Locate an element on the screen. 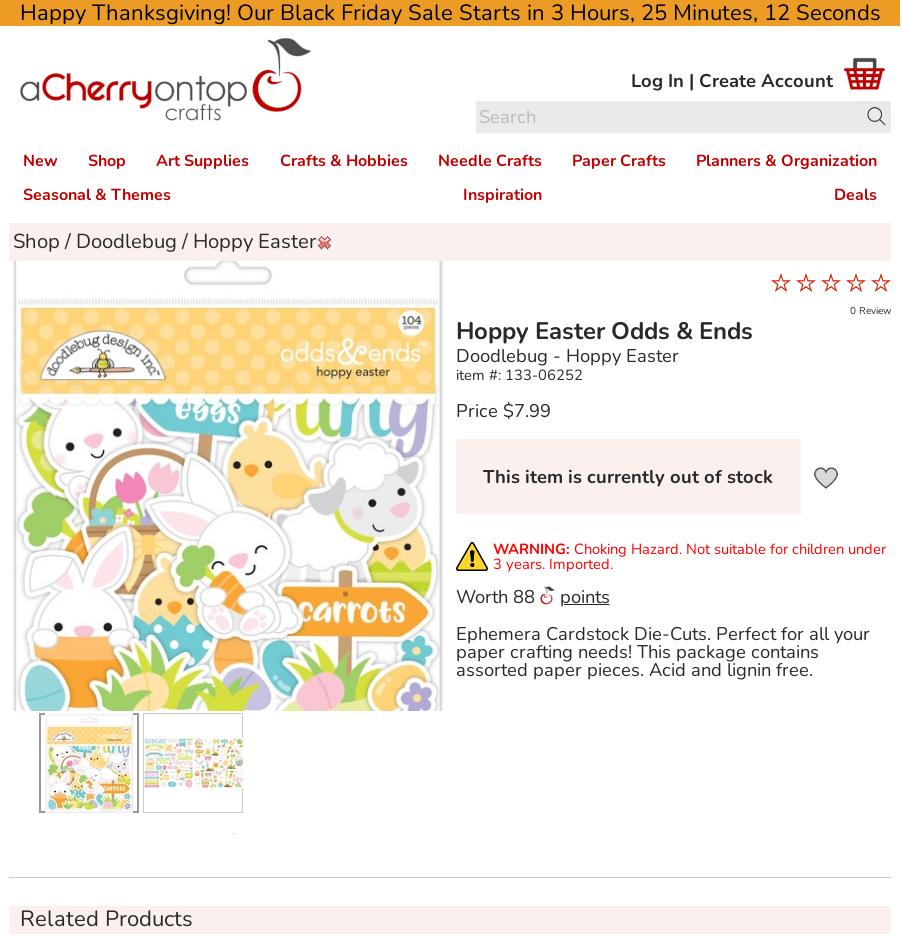 This screenshot has width=902, height=943. 'Create Account' is located at coordinates (698, 78).